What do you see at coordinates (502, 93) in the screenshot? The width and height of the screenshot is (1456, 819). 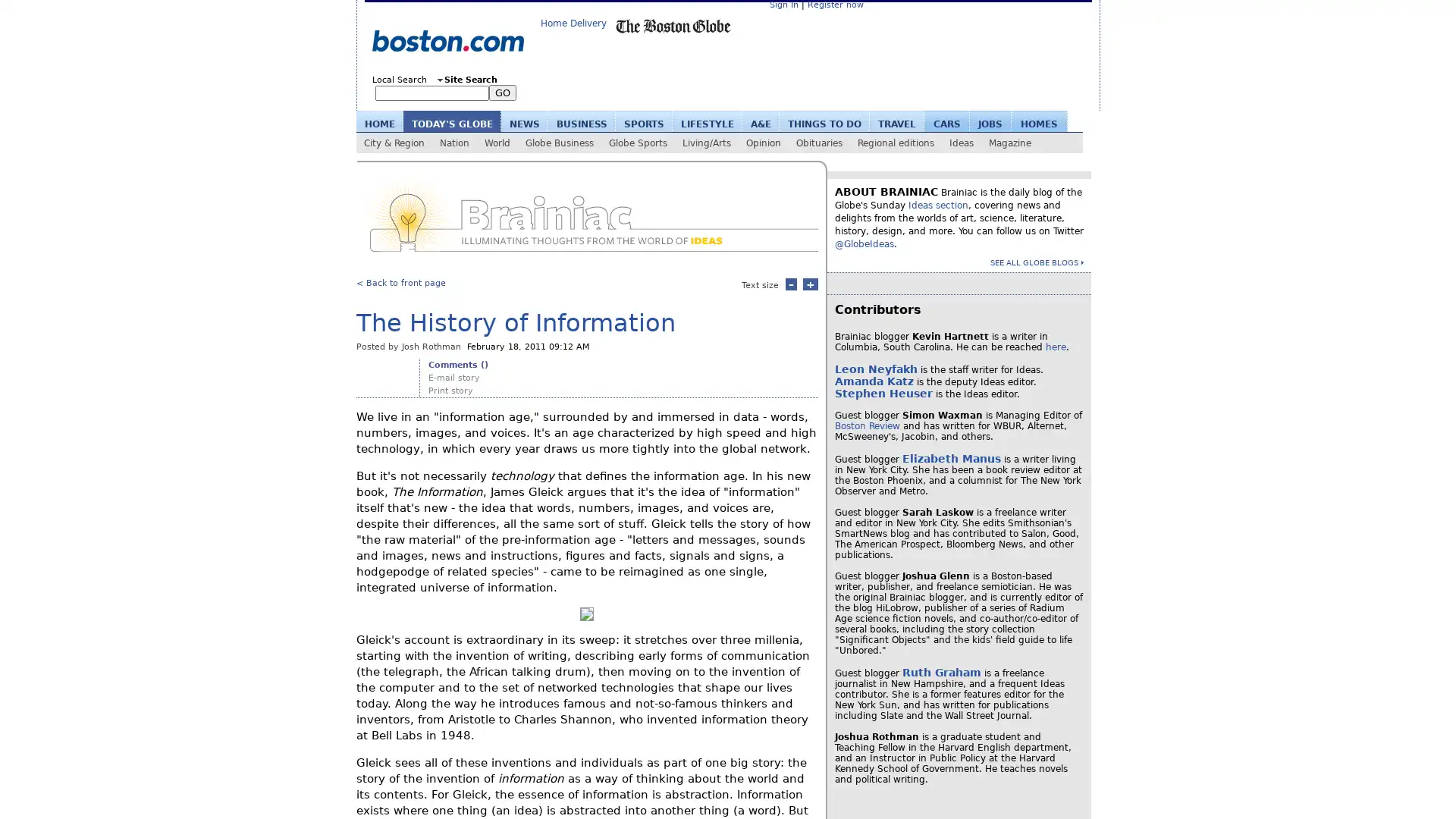 I see `GO` at bounding box center [502, 93].